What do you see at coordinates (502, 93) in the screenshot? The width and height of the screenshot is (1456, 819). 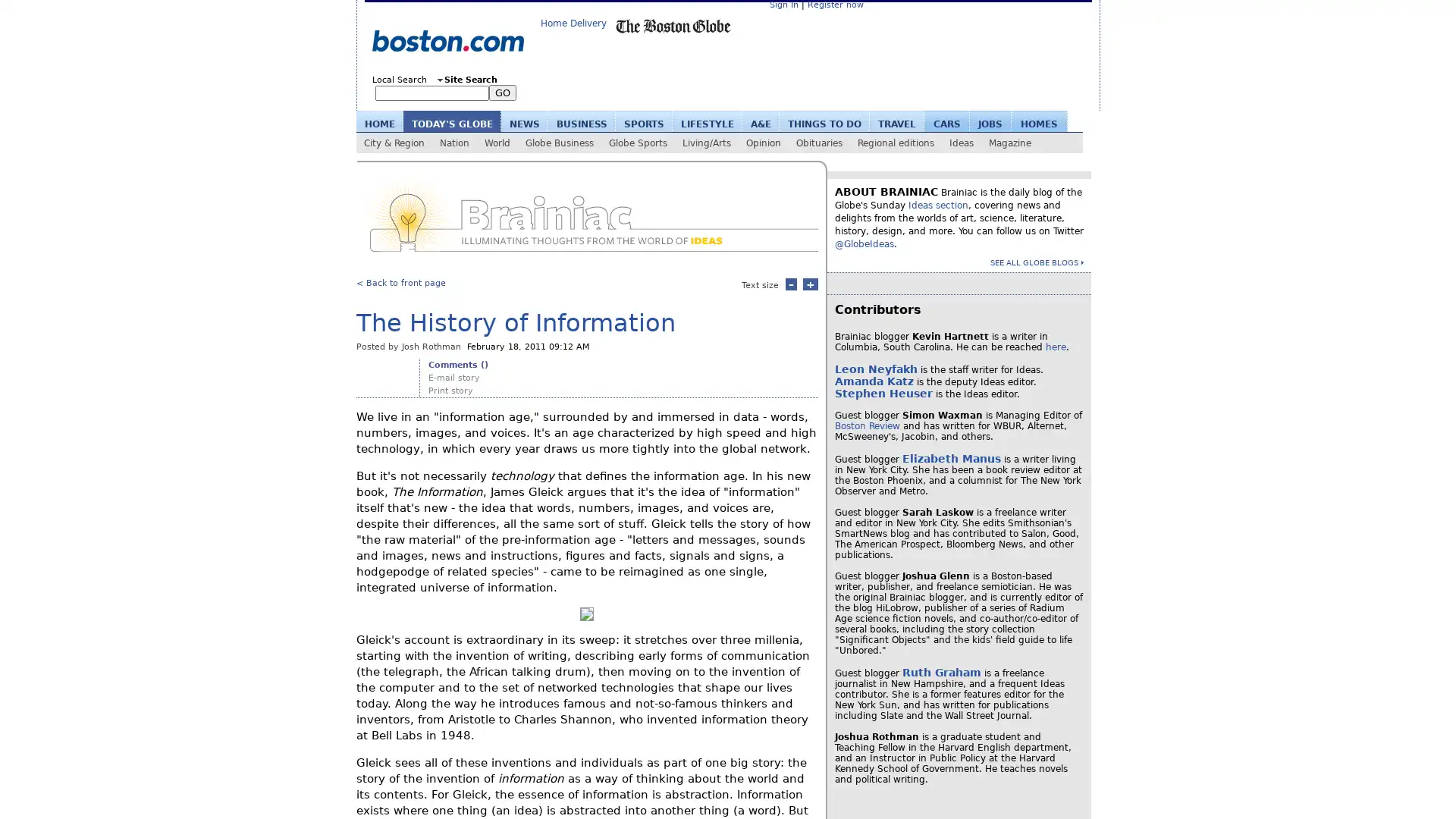 I see `GO` at bounding box center [502, 93].